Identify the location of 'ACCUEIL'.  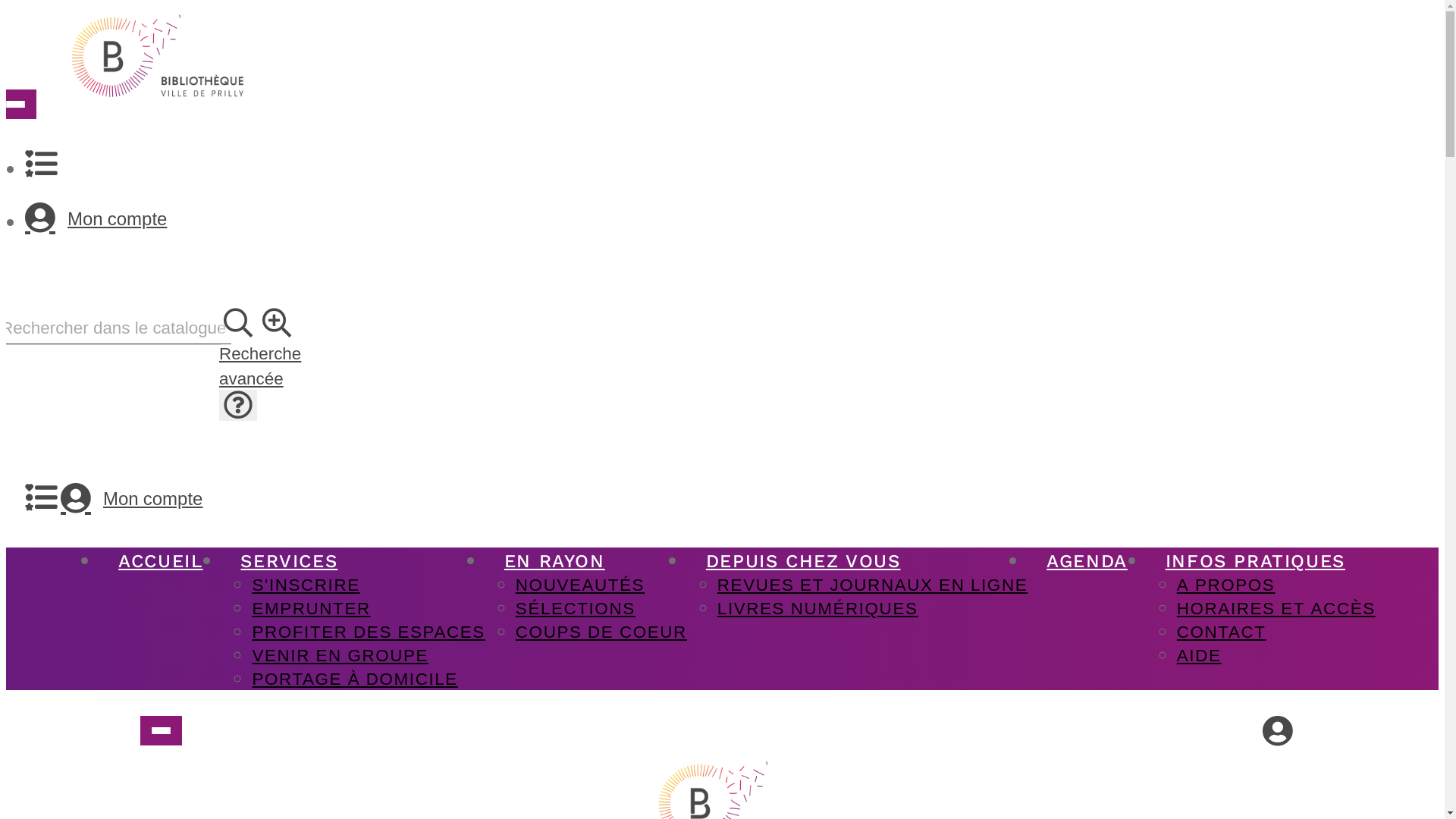
(160, 561).